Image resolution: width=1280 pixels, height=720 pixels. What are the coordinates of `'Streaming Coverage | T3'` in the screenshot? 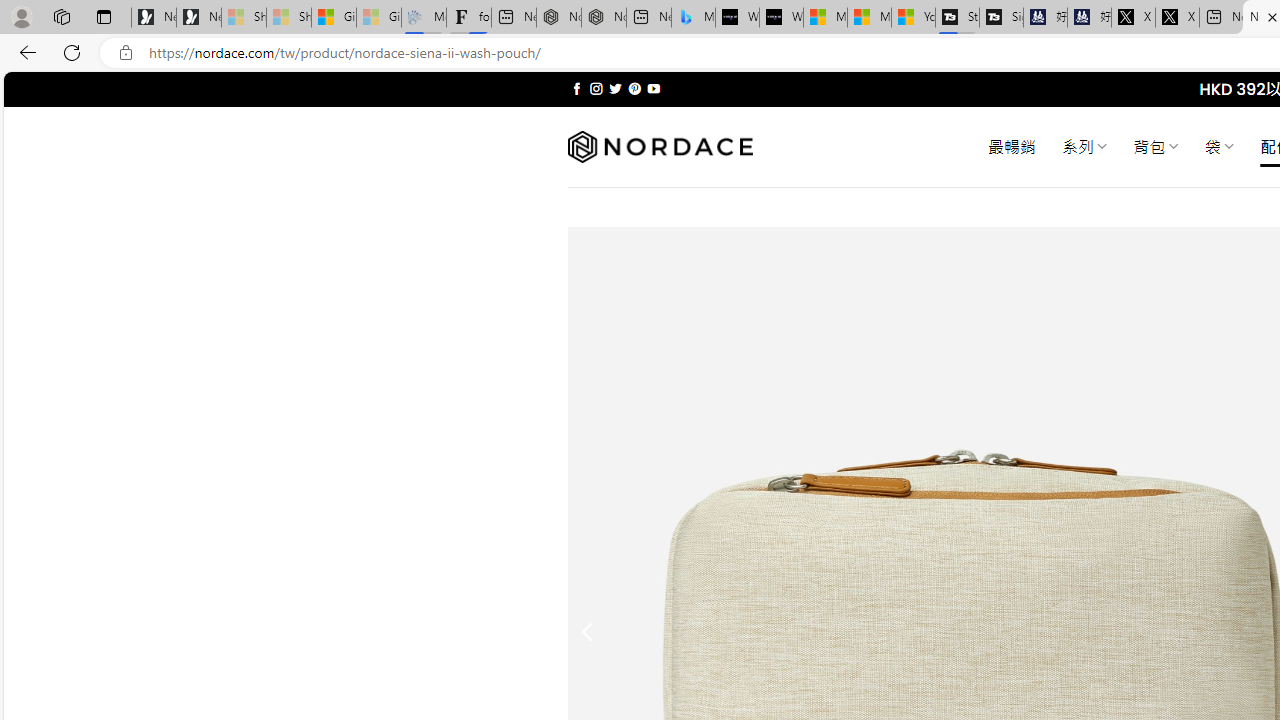 It's located at (956, 17).